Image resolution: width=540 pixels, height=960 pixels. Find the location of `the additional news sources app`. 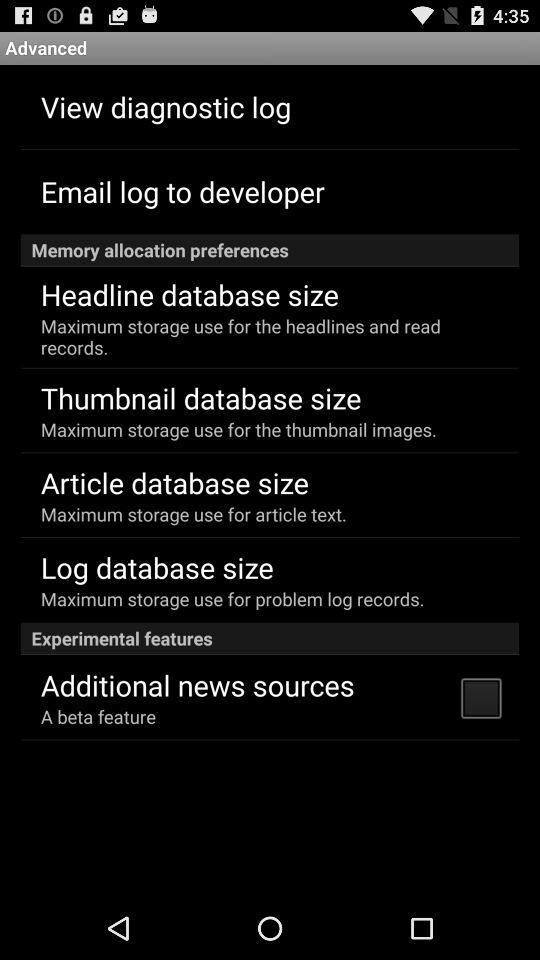

the additional news sources app is located at coordinates (197, 684).